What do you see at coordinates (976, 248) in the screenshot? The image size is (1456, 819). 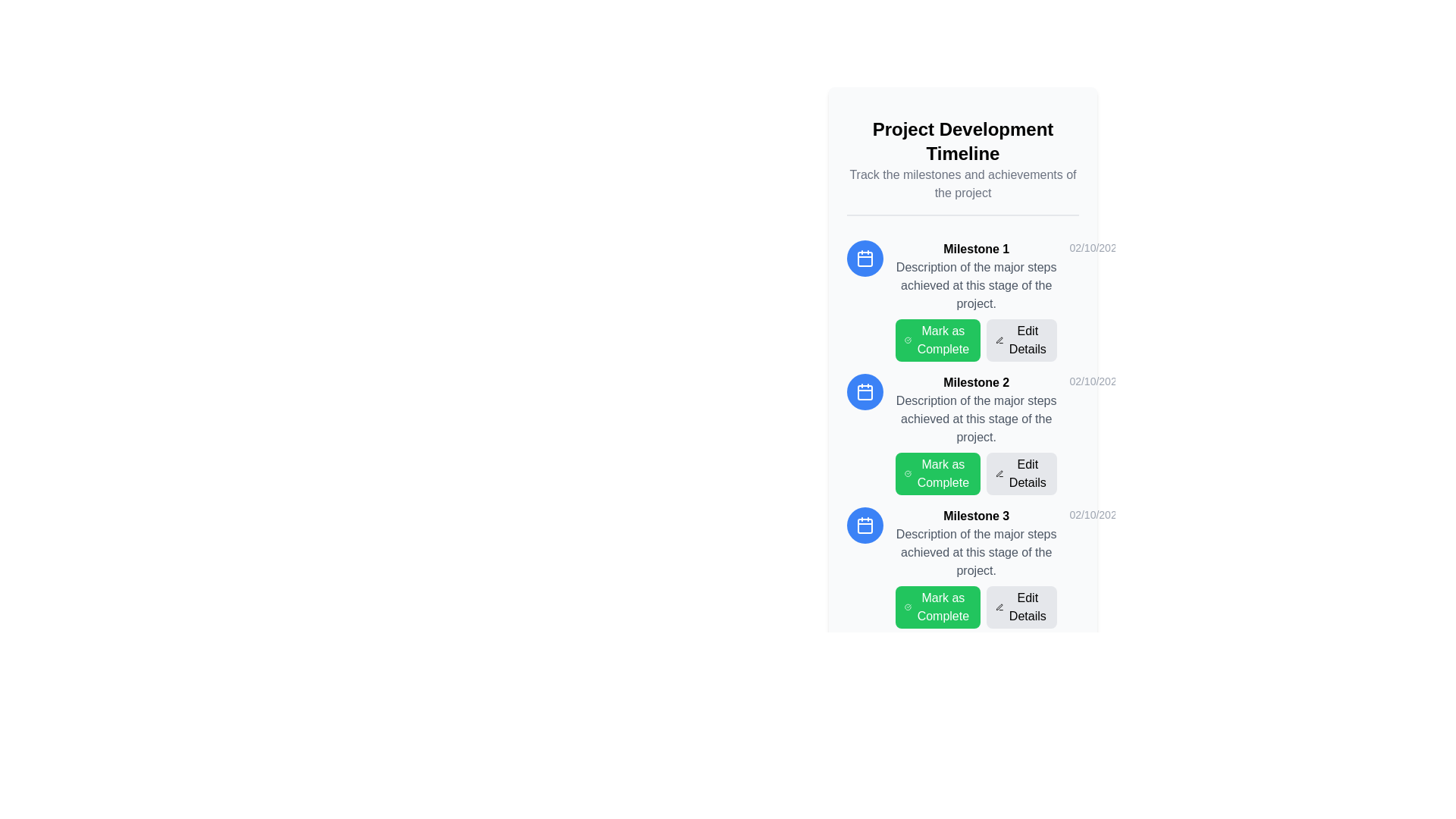 I see `the bold text 'Milestone 1' which is part of the timeline section, located above the descriptive text and adjacent to action buttons` at bounding box center [976, 248].